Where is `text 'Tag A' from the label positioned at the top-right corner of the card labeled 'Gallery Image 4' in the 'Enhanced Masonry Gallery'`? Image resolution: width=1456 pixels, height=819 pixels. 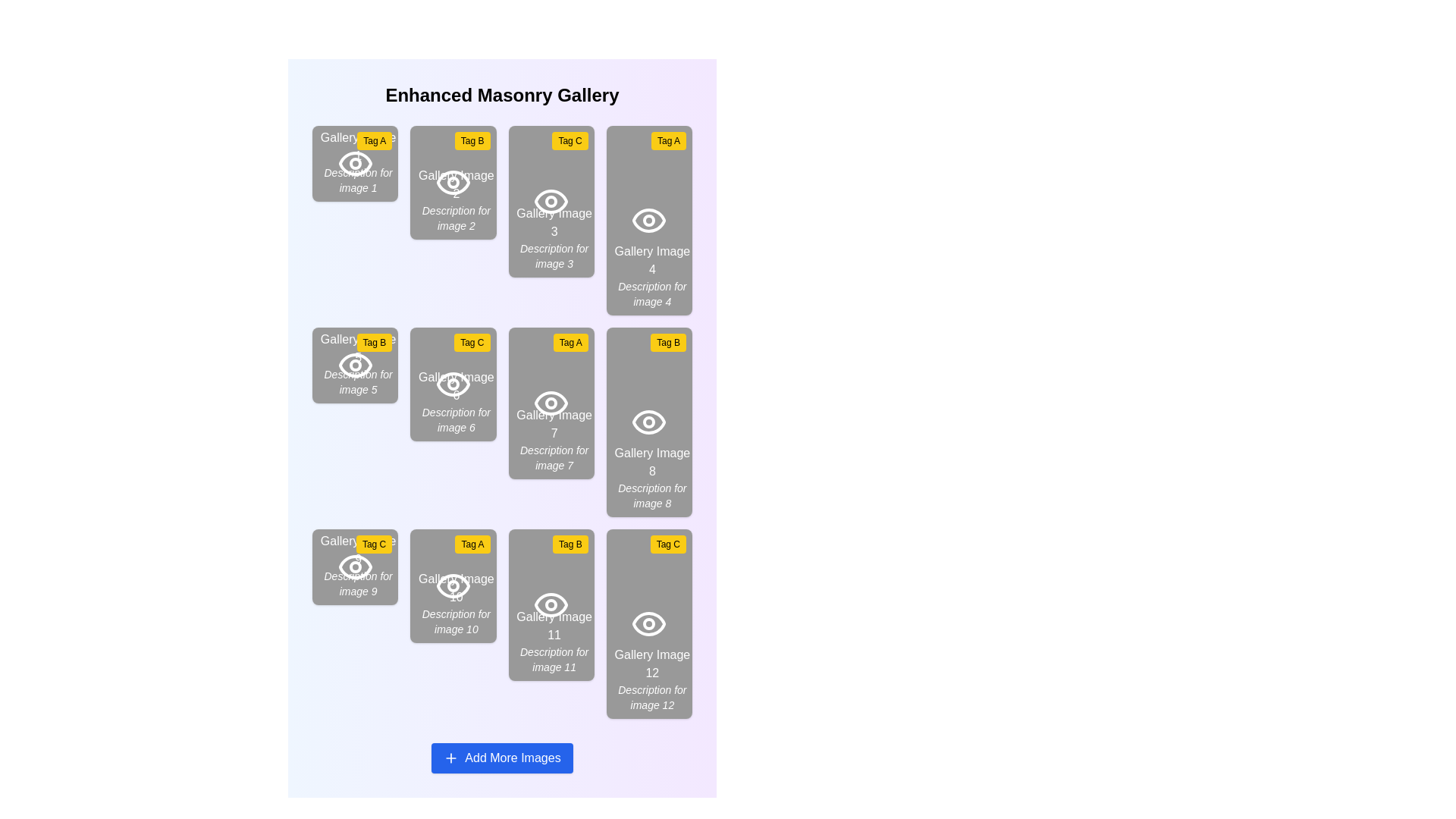
text 'Tag A' from the label positioned at the top-right corner of the card labeled 'Gallery Image 4' in the 'Enhanced Masonry Gallery' is located at coordinates (668, 140).